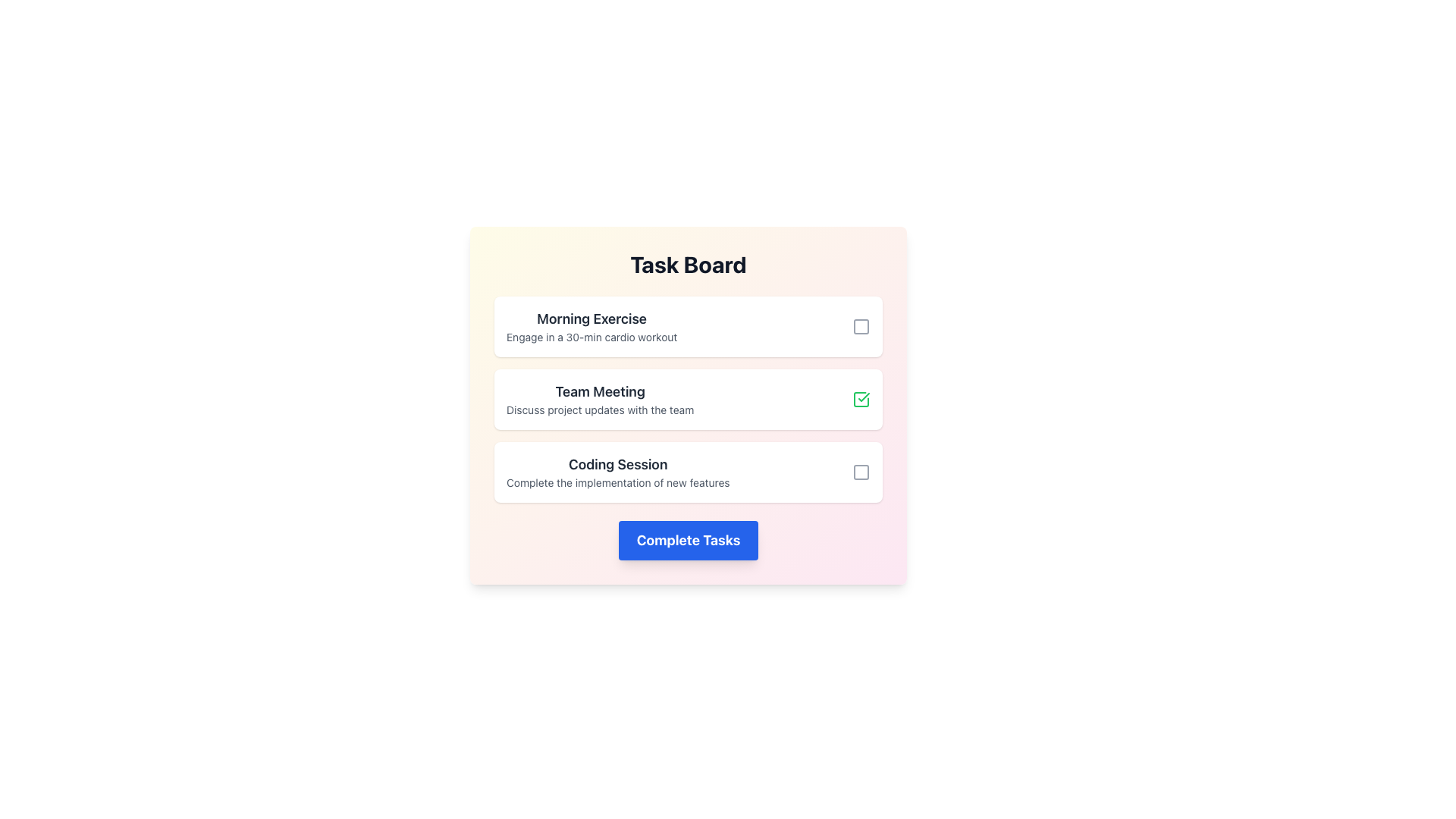 The image size is (1456, 819). Describe the element at coordinates (591, 336) in the screenshot. I see `the informational text element that provides additional context for the 'Morning Exercise' task, located directly underneath the heading in the task list interface` at that location.